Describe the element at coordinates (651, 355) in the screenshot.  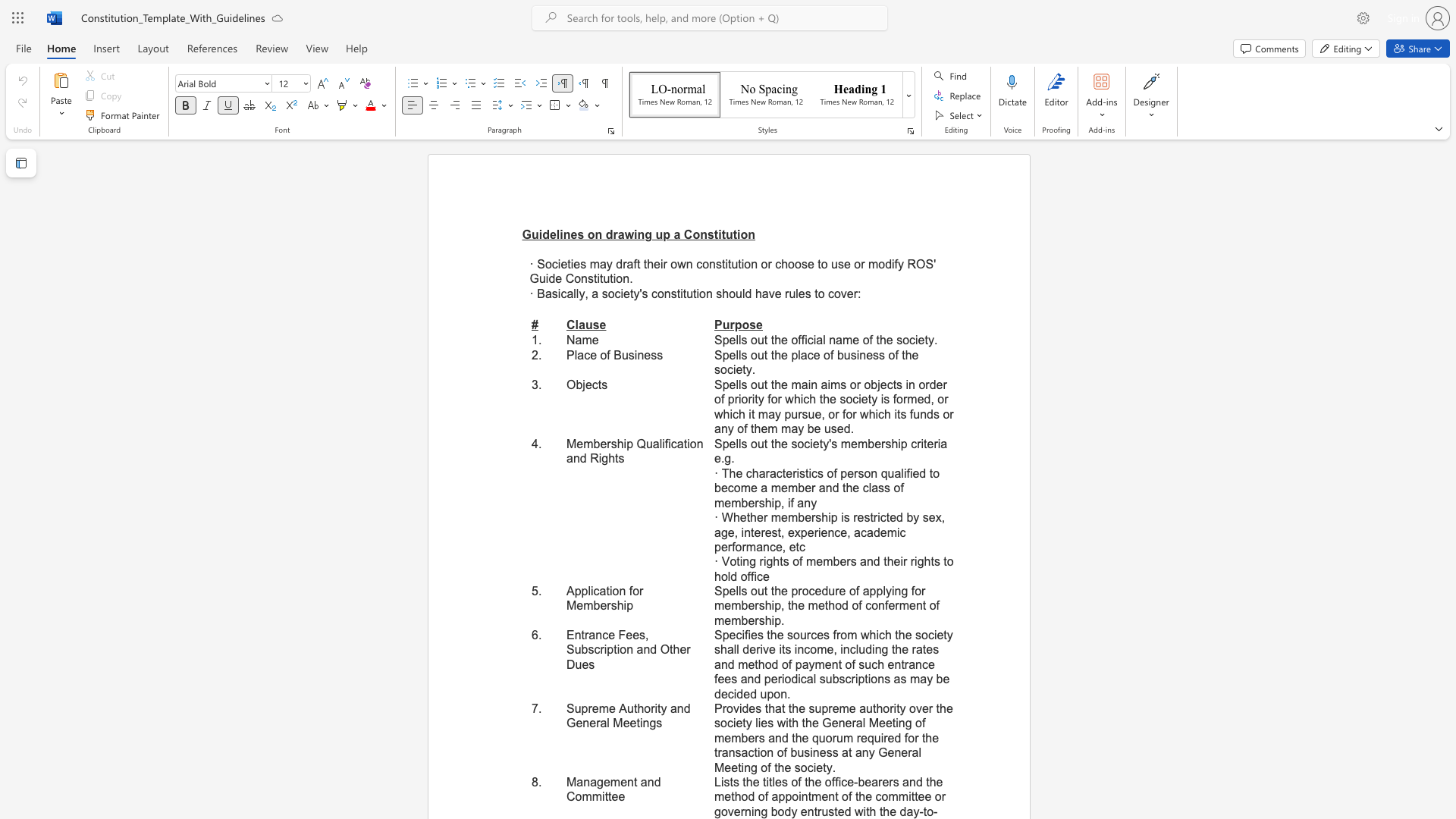
I see `the subset text "ss" within the text "Place of Business"` at that location.